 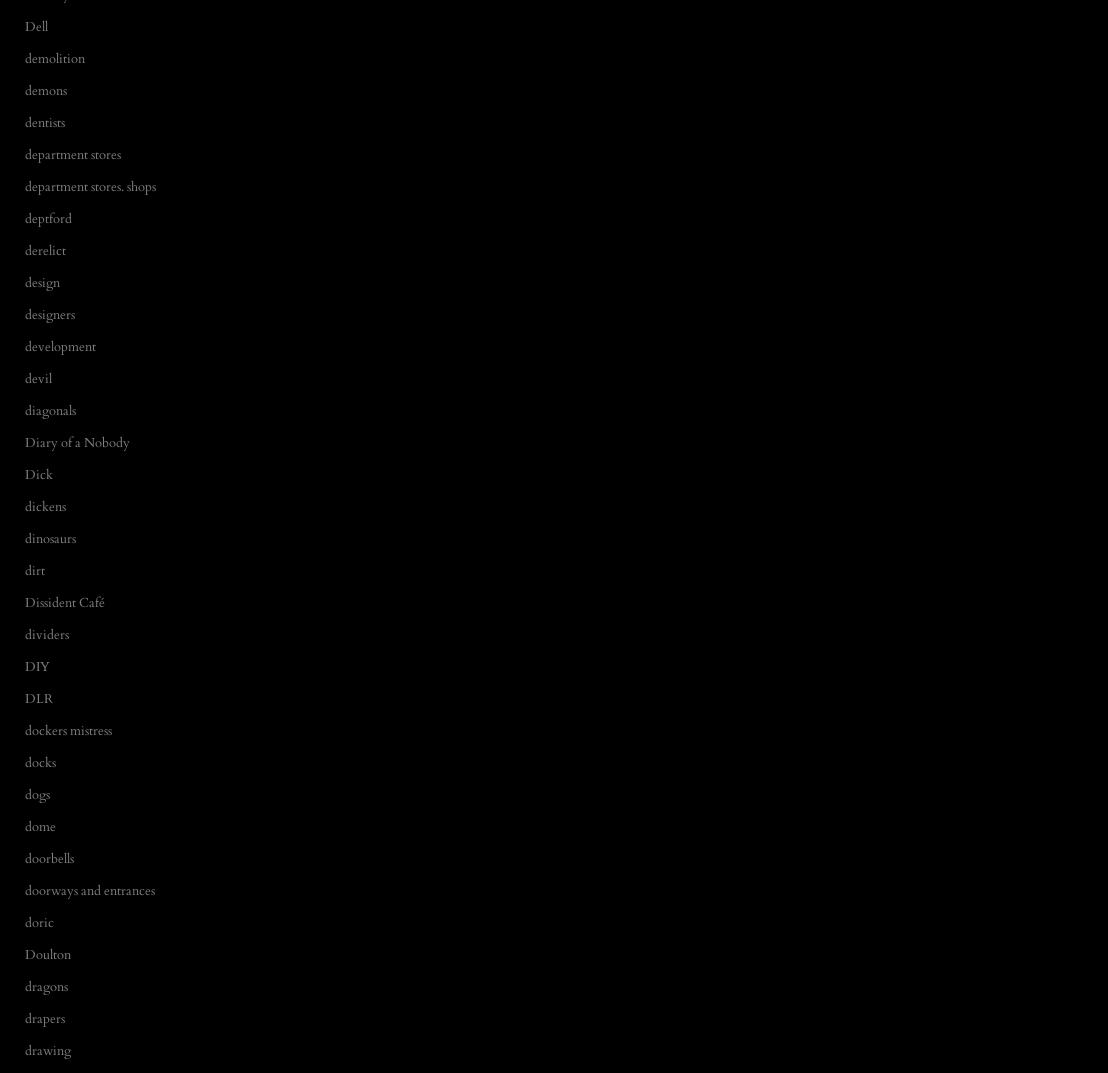 I want to click on 'devil', so click(x=38, y=377).